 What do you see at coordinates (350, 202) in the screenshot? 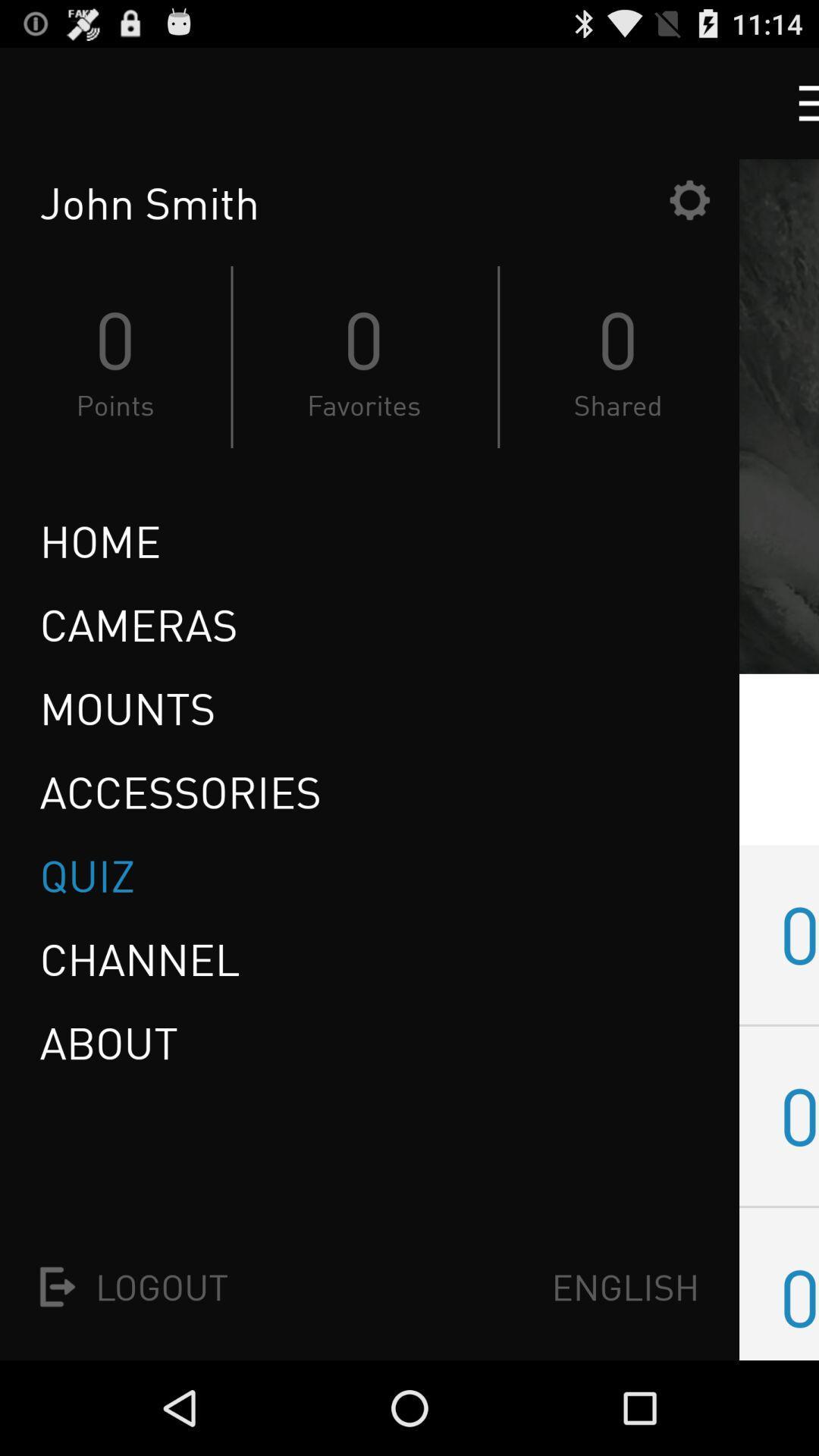
I see `the john smith item` at bounding box center [350, 202].